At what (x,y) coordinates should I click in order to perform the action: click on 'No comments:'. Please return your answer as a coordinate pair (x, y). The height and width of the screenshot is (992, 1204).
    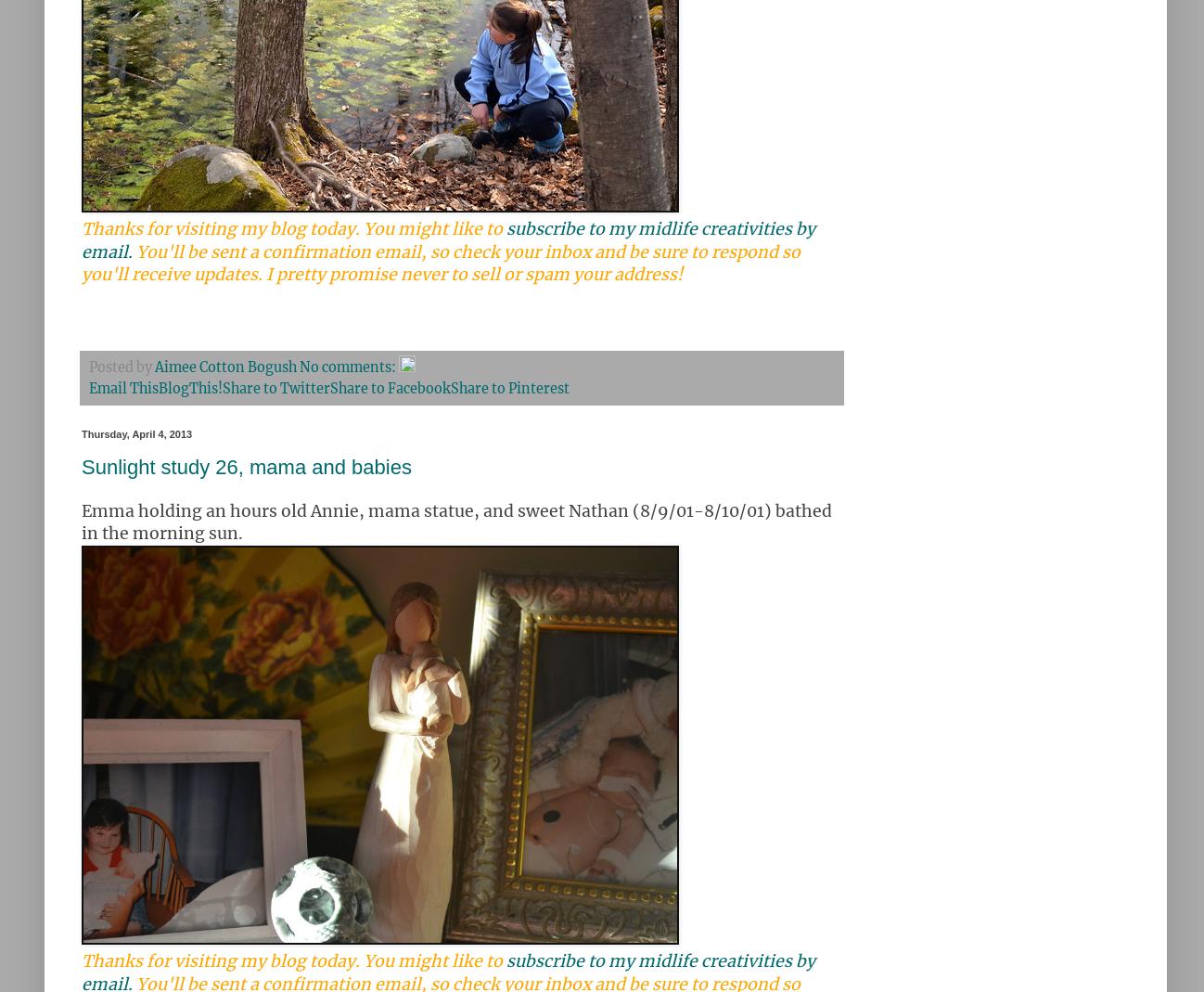
    Looking at the image, I should click on (349, 367).